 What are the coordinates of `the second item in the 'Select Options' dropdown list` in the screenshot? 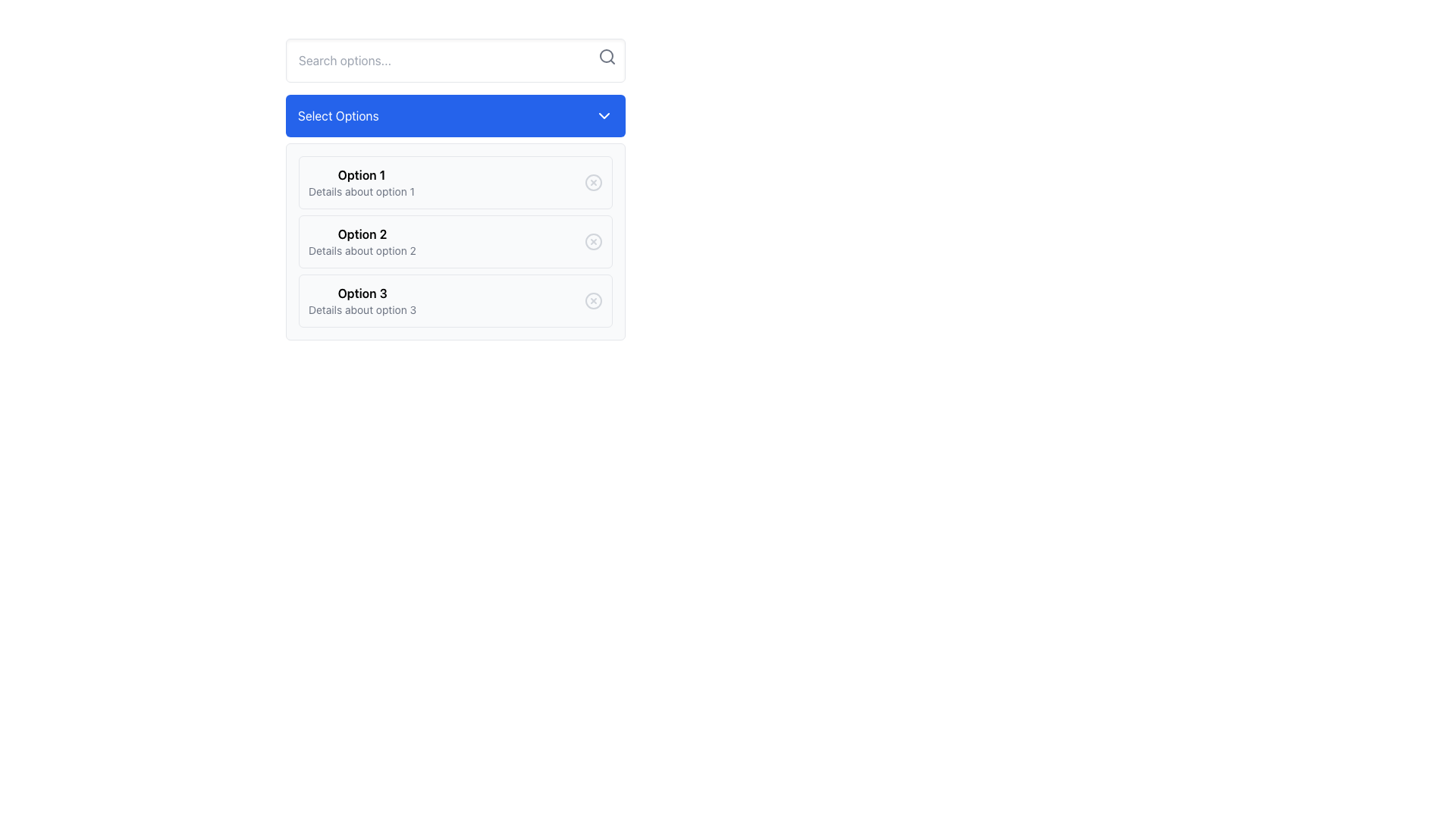 It's located at (361, 241).